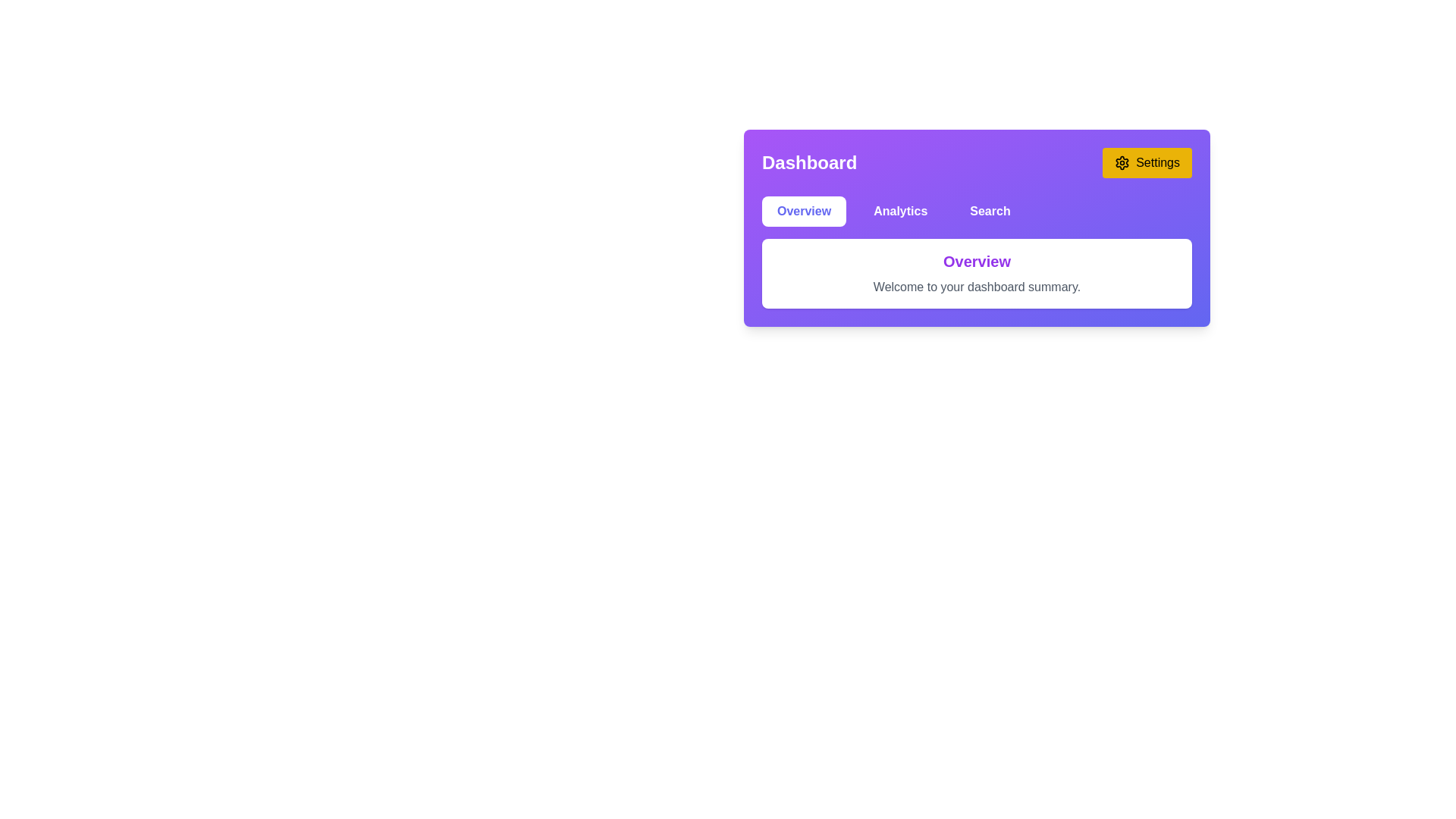 Image resolution: width=1456 pixels, height=819 pixels. Describe the element at coordinates (803, 211) in the screenshot. I see `the first button on the left in the navigation bar under the 'Dashboard' title` at that location.